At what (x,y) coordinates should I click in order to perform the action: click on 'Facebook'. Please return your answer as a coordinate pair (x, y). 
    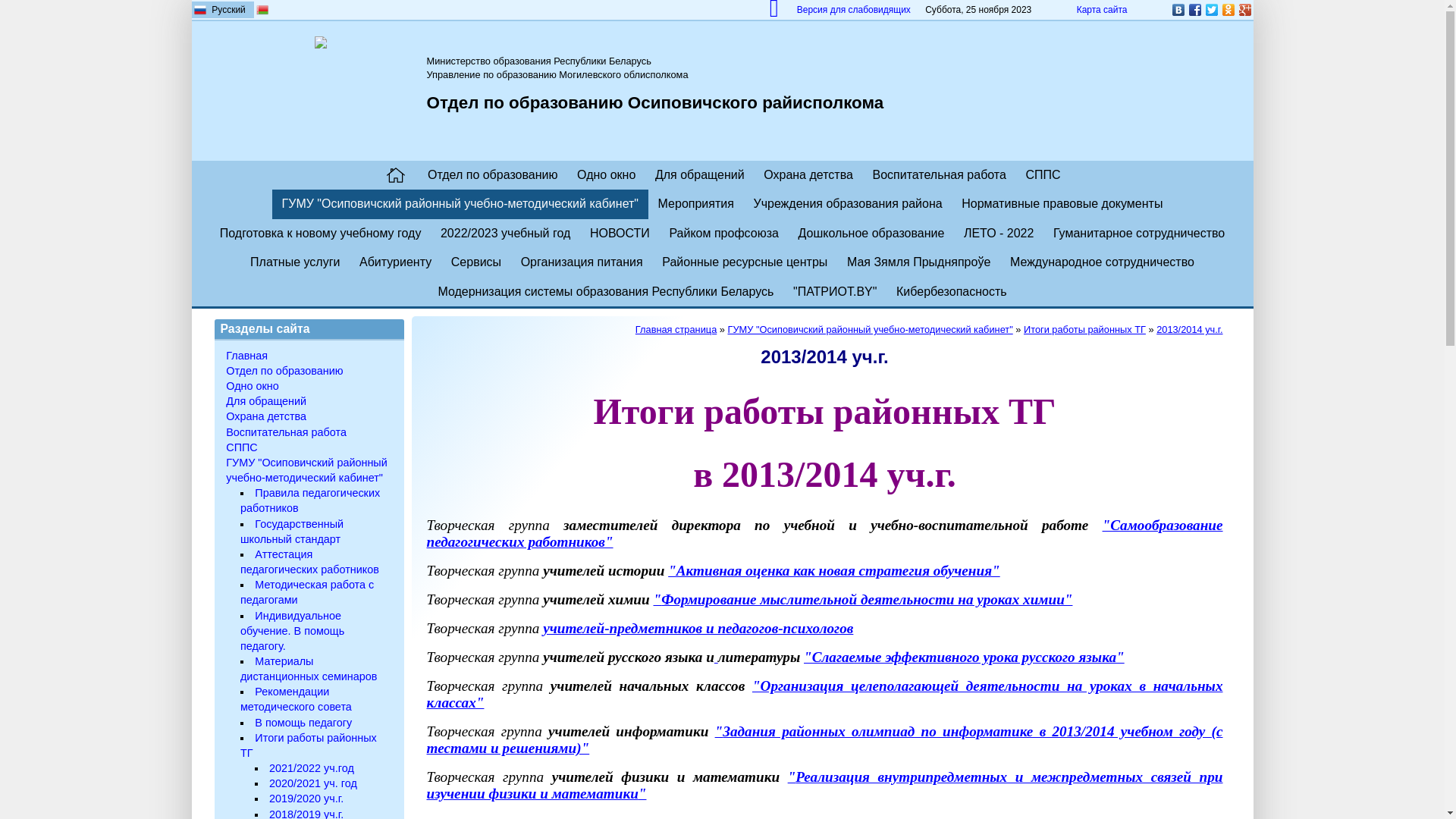
    Looking at the image, I should click on (1185, 9).